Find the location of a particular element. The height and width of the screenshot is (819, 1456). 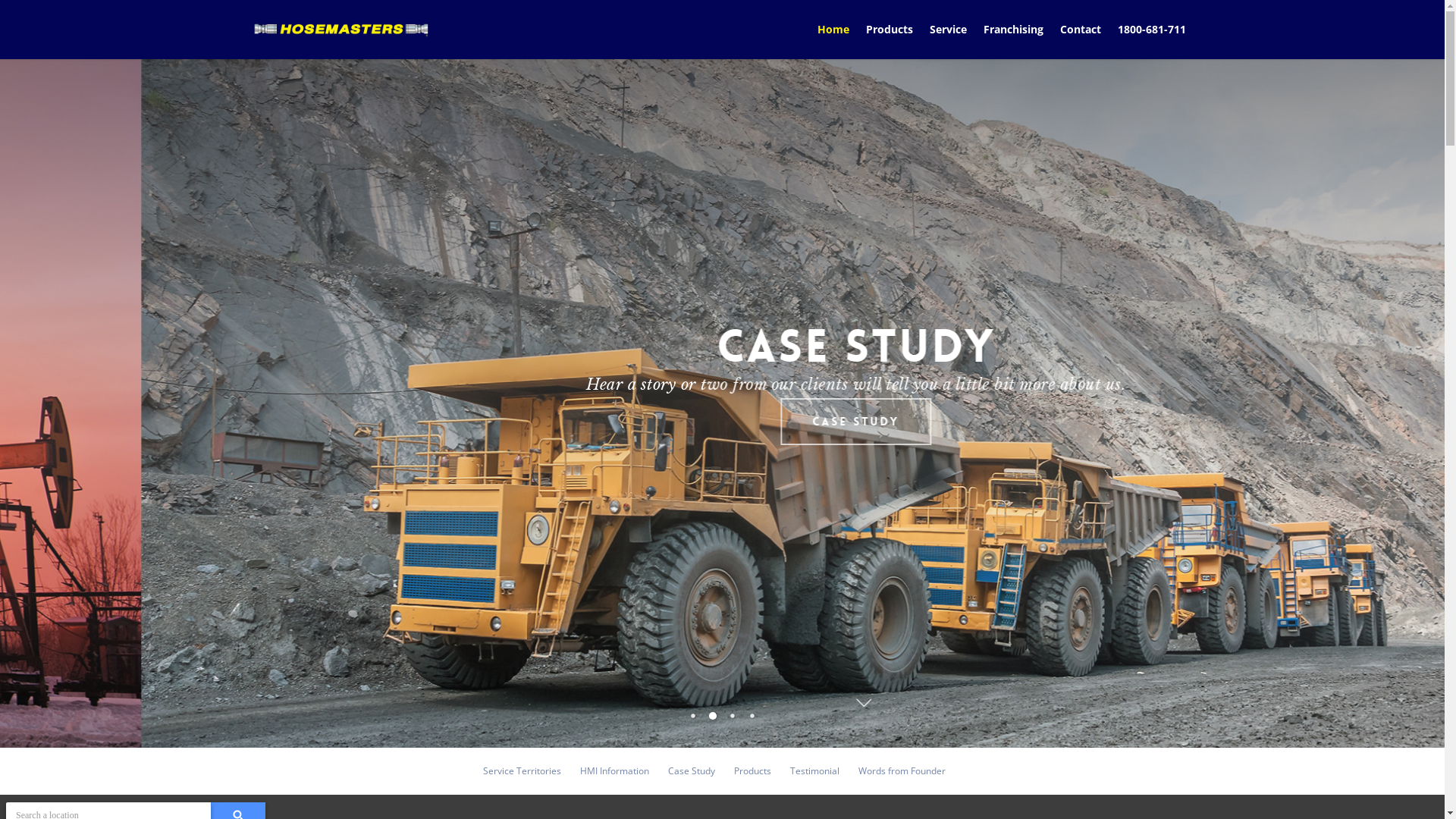

'Home' is located at coordinates (833, 39).